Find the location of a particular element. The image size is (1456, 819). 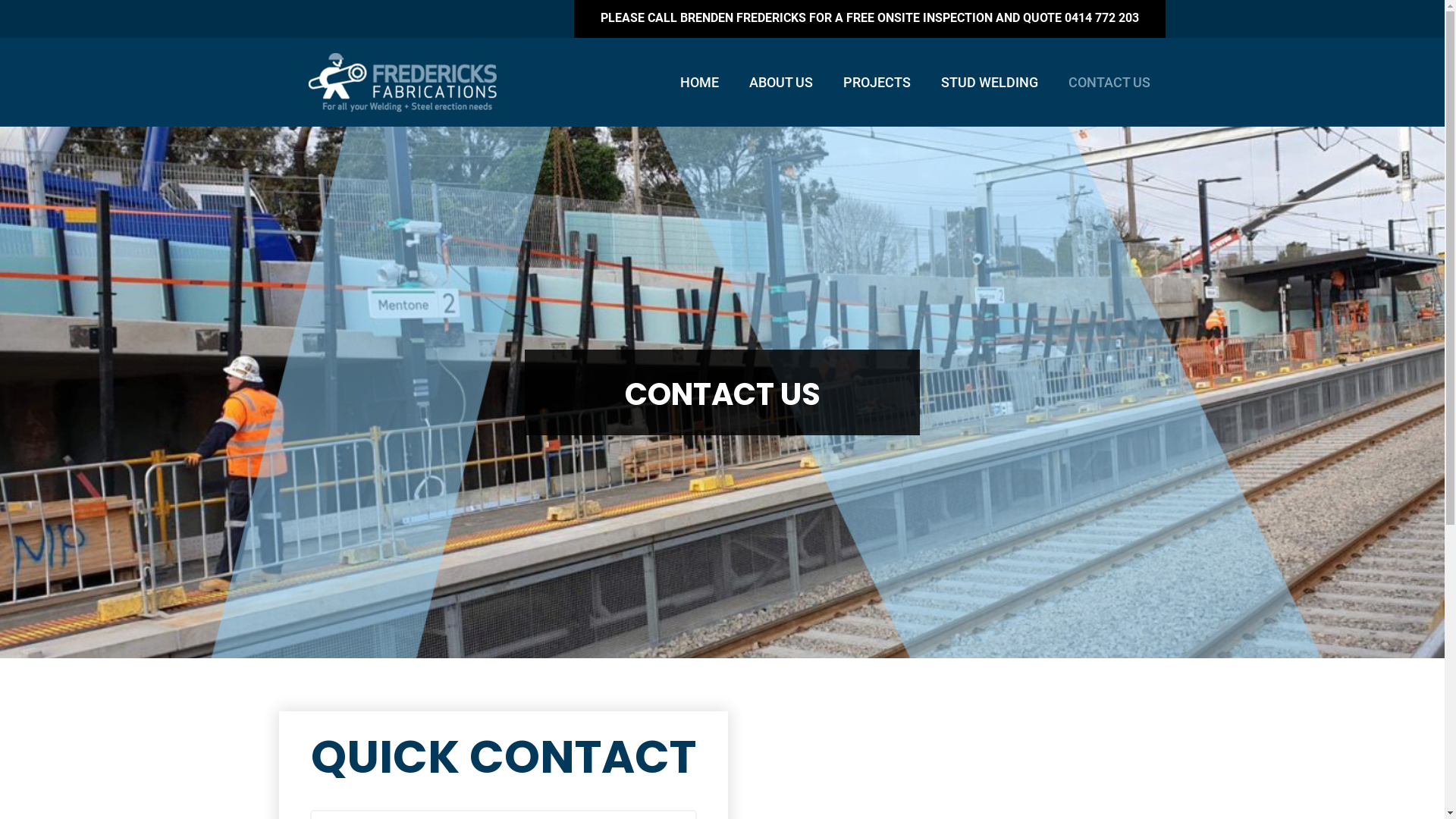

'HOME' is located at coordinates (665, 82).